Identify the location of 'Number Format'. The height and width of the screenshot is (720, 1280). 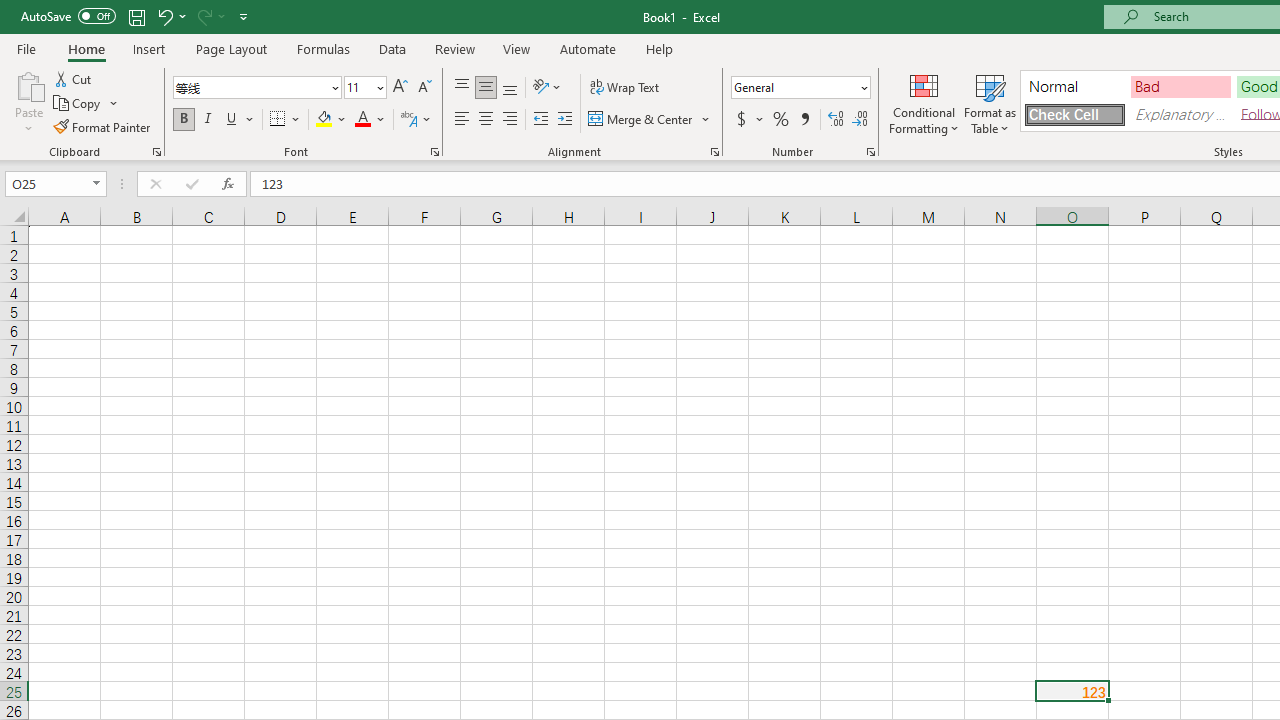
(793, 86).